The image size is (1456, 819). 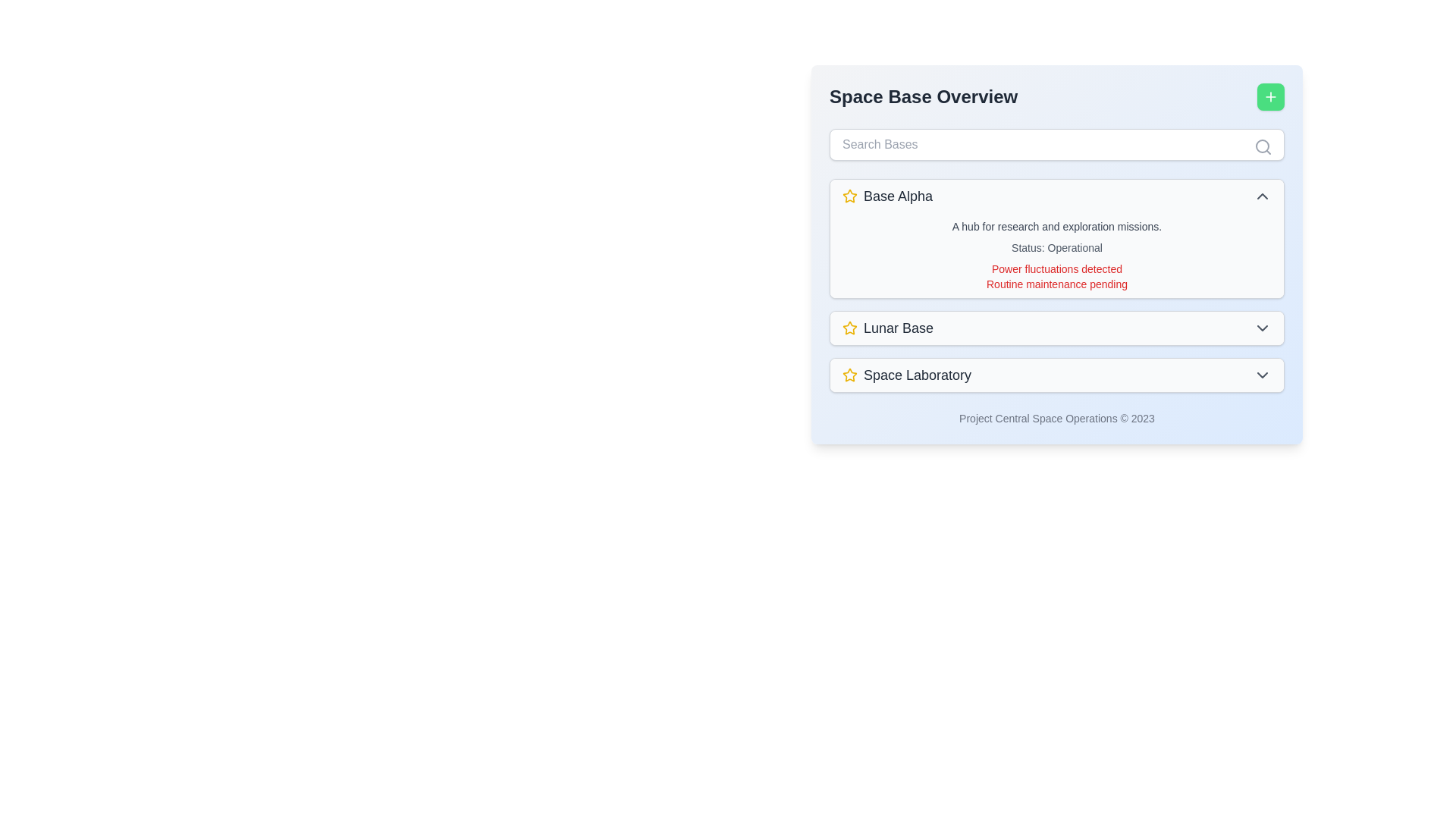 What do you see at coordinates (887, 195) in the screenshot?
I see `the 'Base Alpha' text label with the yellow star icon` at bounding box center [887, 195].